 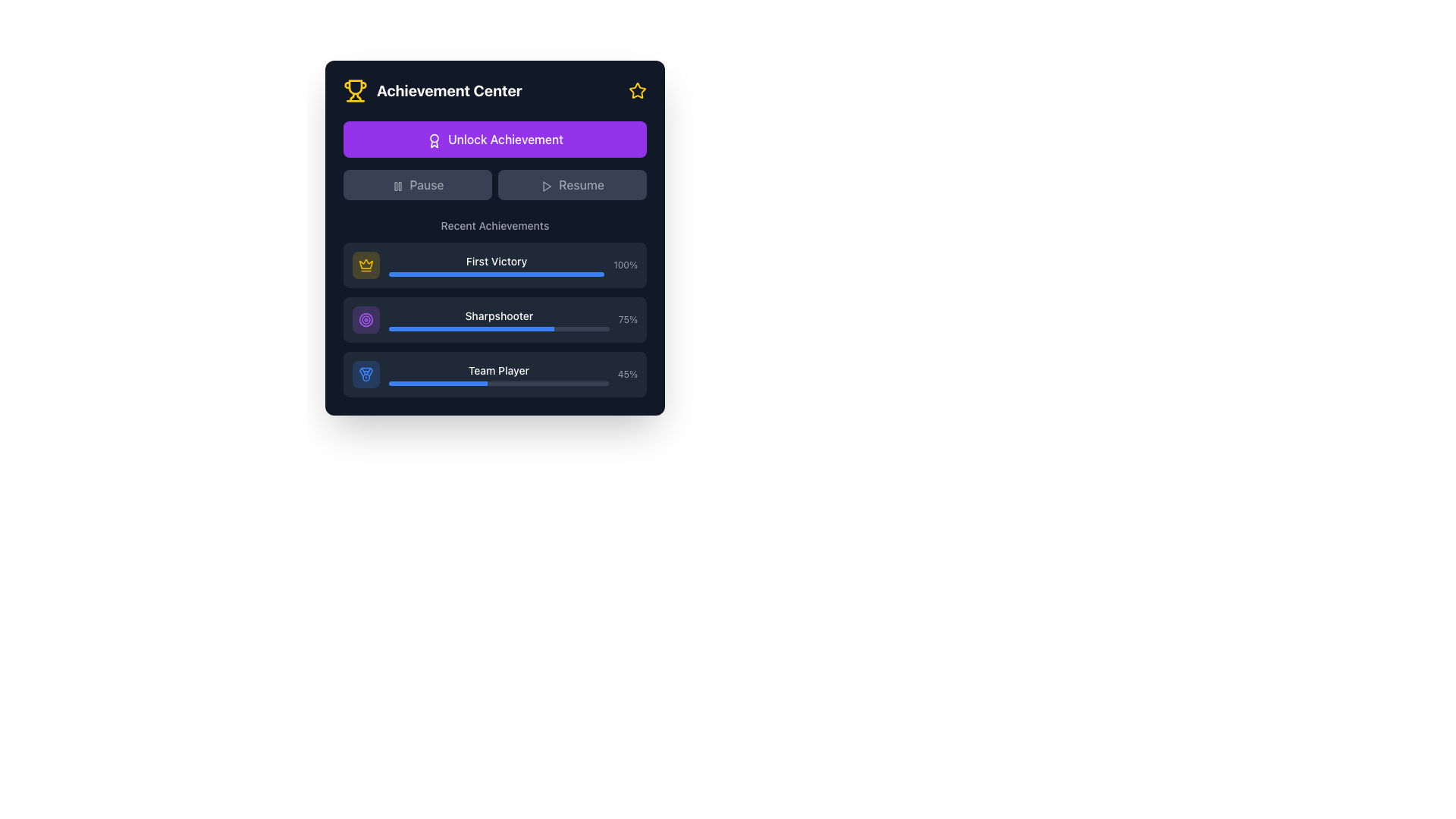 What do you see at coordinates (499, 315) in the screenshot?
I see `the text label displaying the title of an achievement in the 'Achievement Center' interface, which is positioned above a progress bar` at bounding box center [499, 315].